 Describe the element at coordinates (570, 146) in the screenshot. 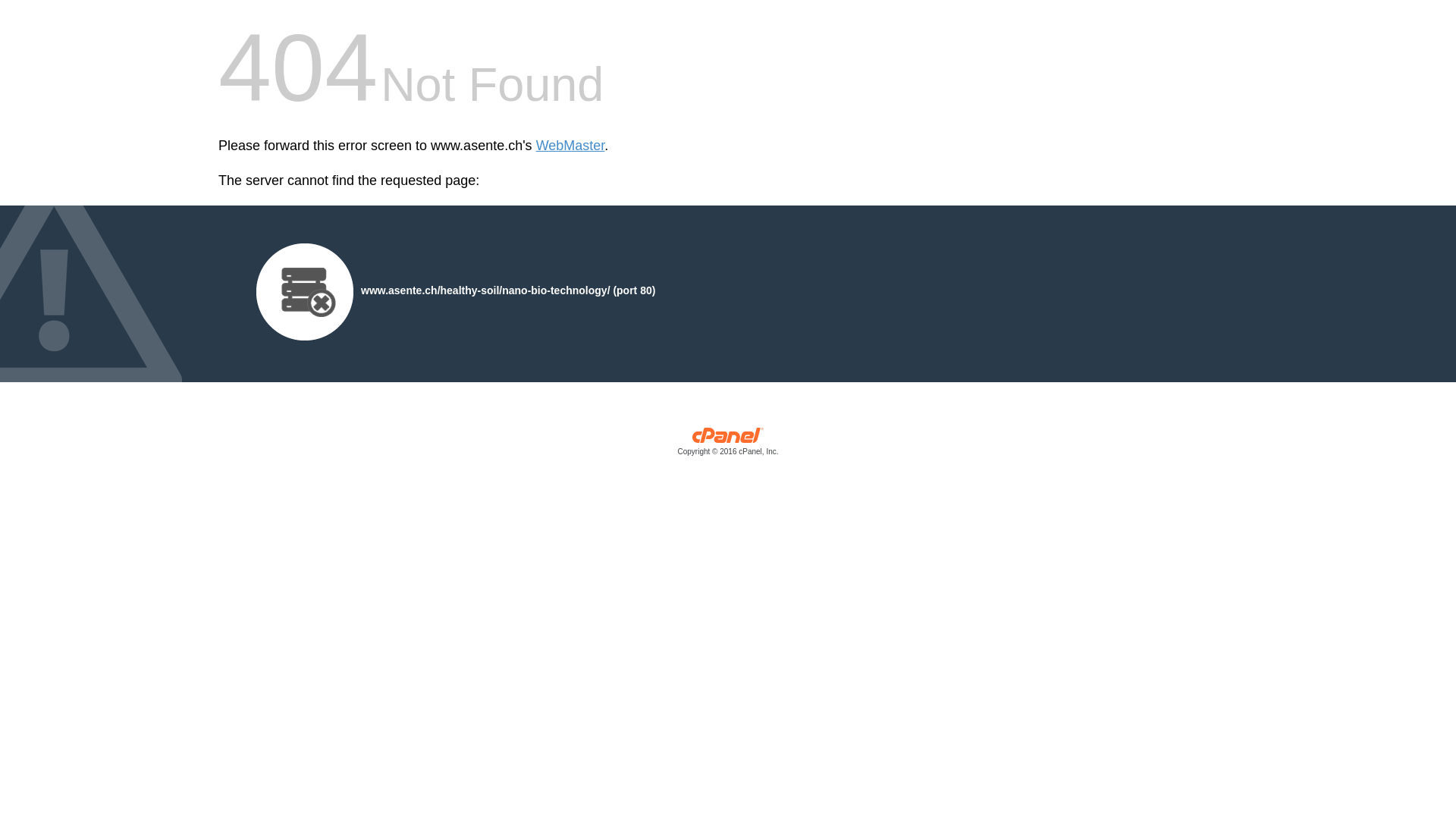

I see `'WebMaster'` at that location.